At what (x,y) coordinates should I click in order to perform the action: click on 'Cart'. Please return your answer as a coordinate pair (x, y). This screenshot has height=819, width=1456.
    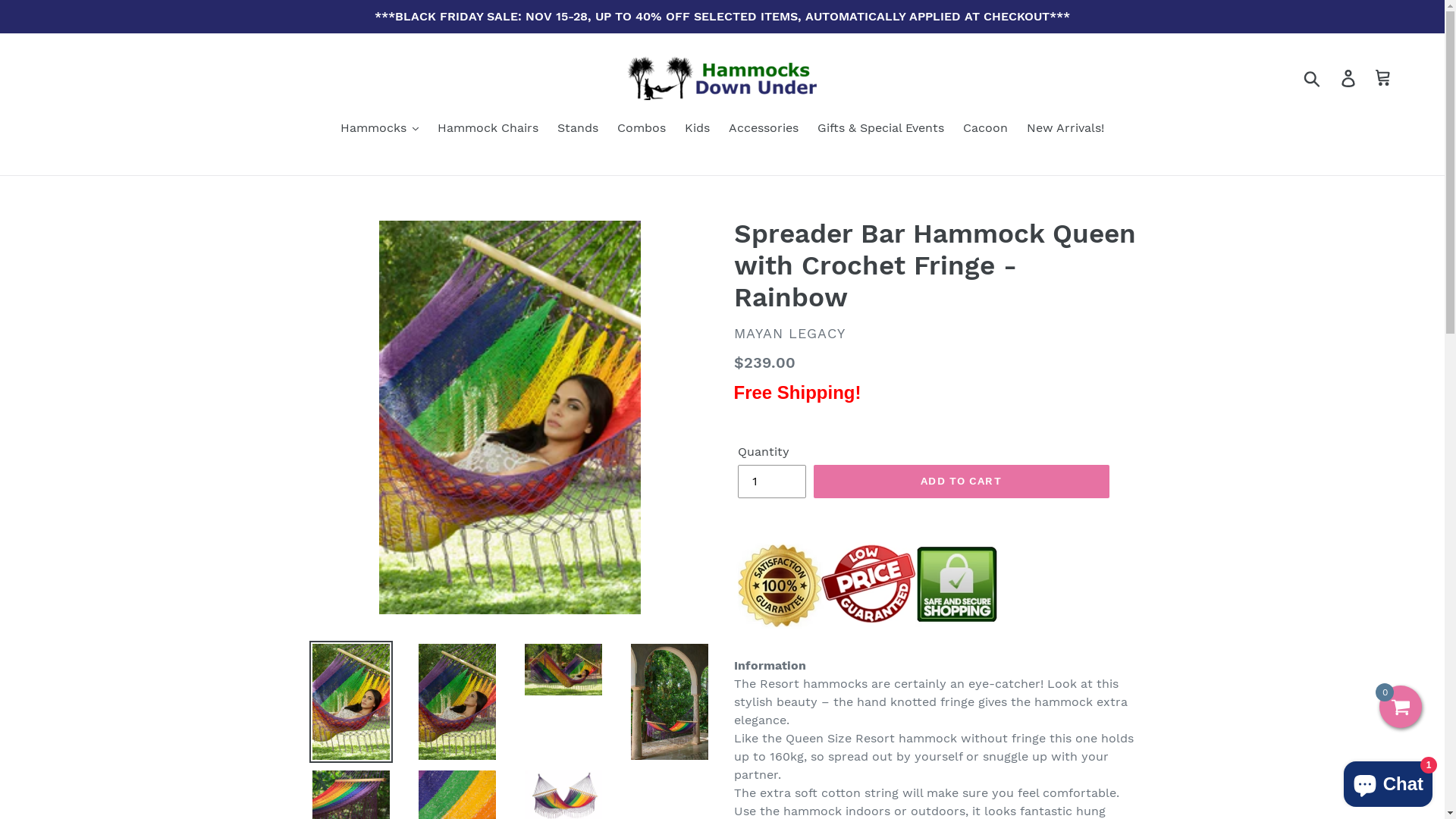
    Looking at the image, I should click on (1385, 78).